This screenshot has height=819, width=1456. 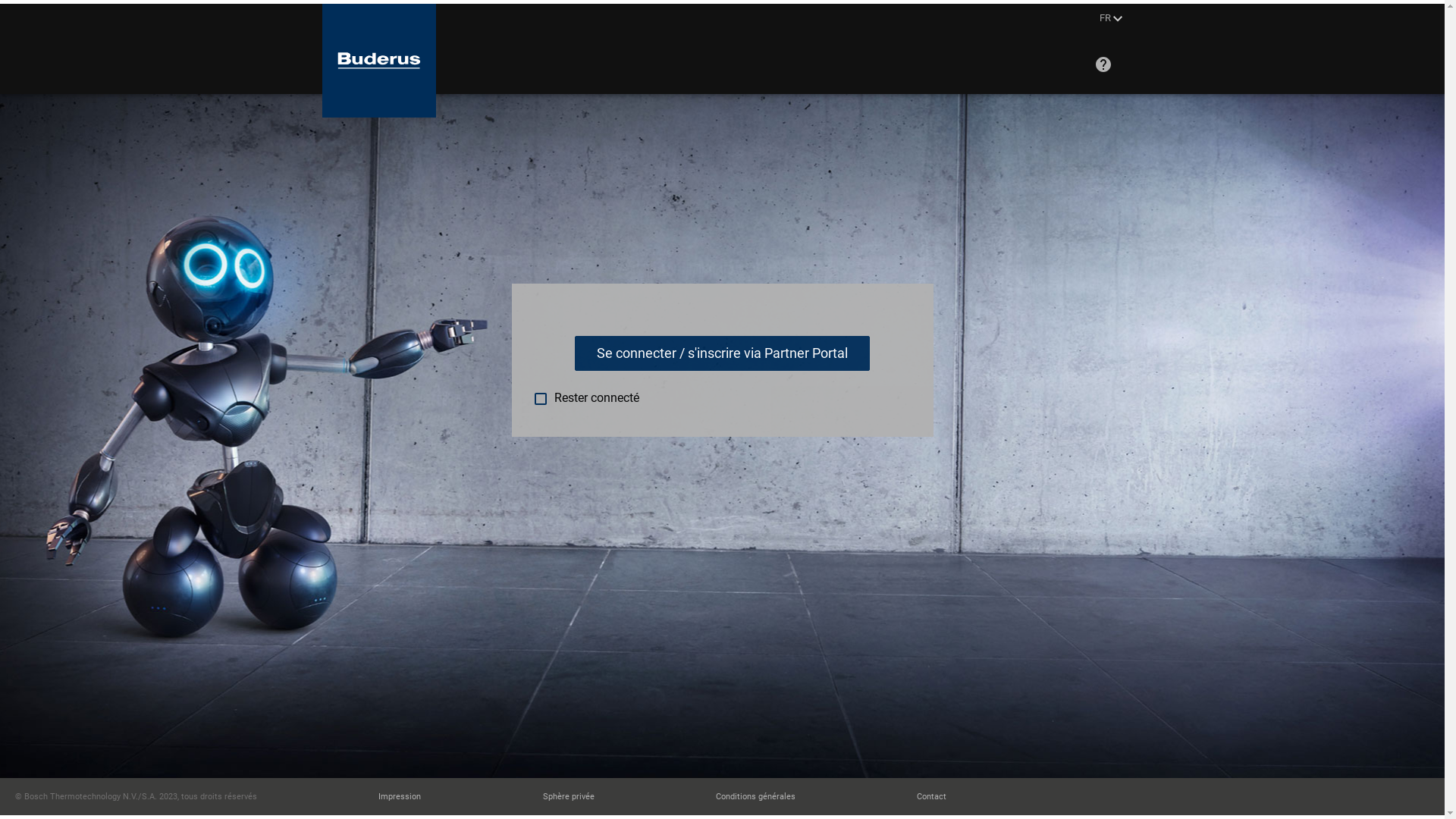 I want to click on 'Se connecter / s'inscrire via Partner Portal', so click(x=721, y=353).